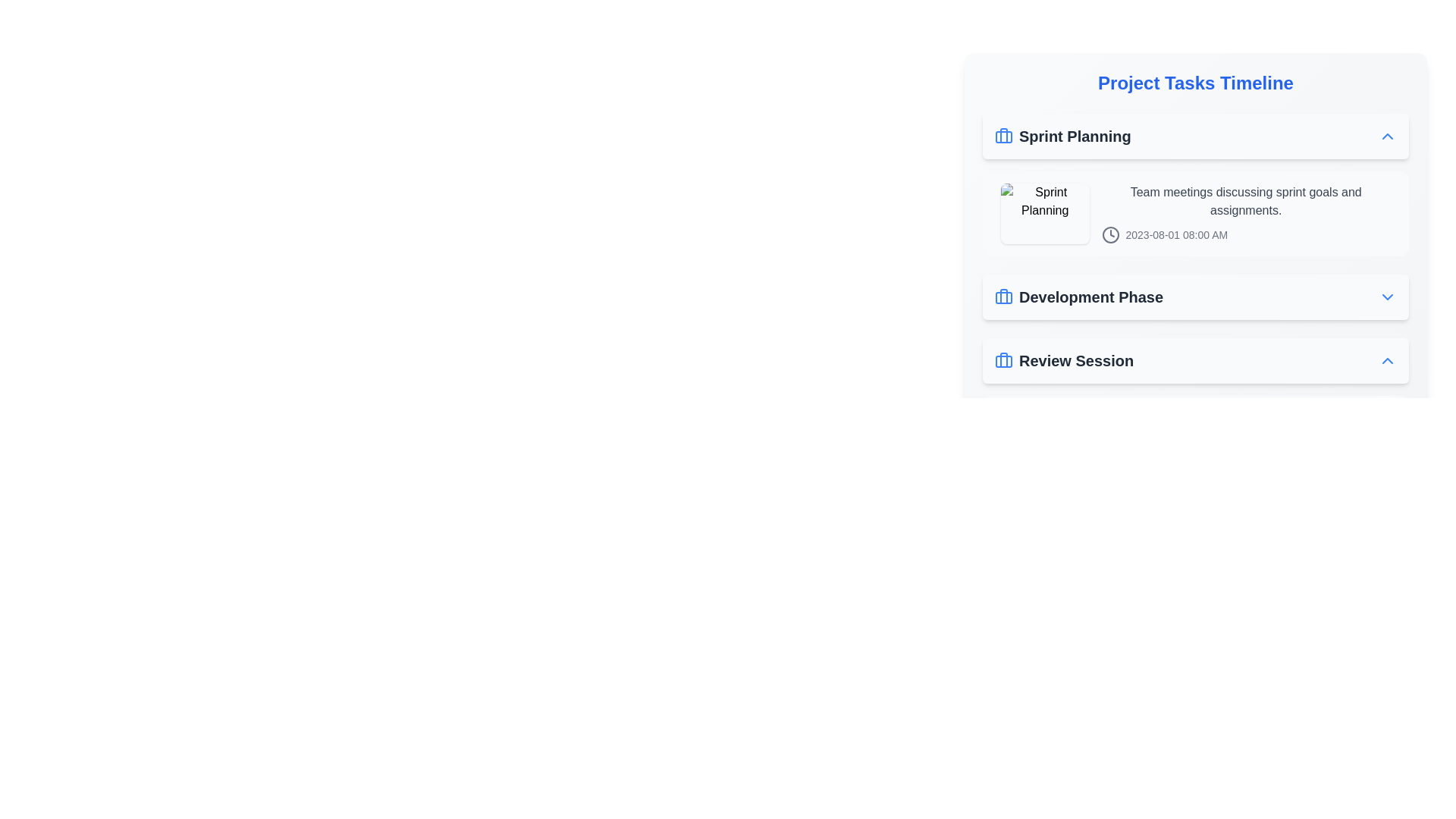 The image size is (1456, 819). Describe the element at coordinates (1195, 184) in the screenshot. I see `the first List item in the timeline with detailed content about the 'Sprint Planning' event` at that location.